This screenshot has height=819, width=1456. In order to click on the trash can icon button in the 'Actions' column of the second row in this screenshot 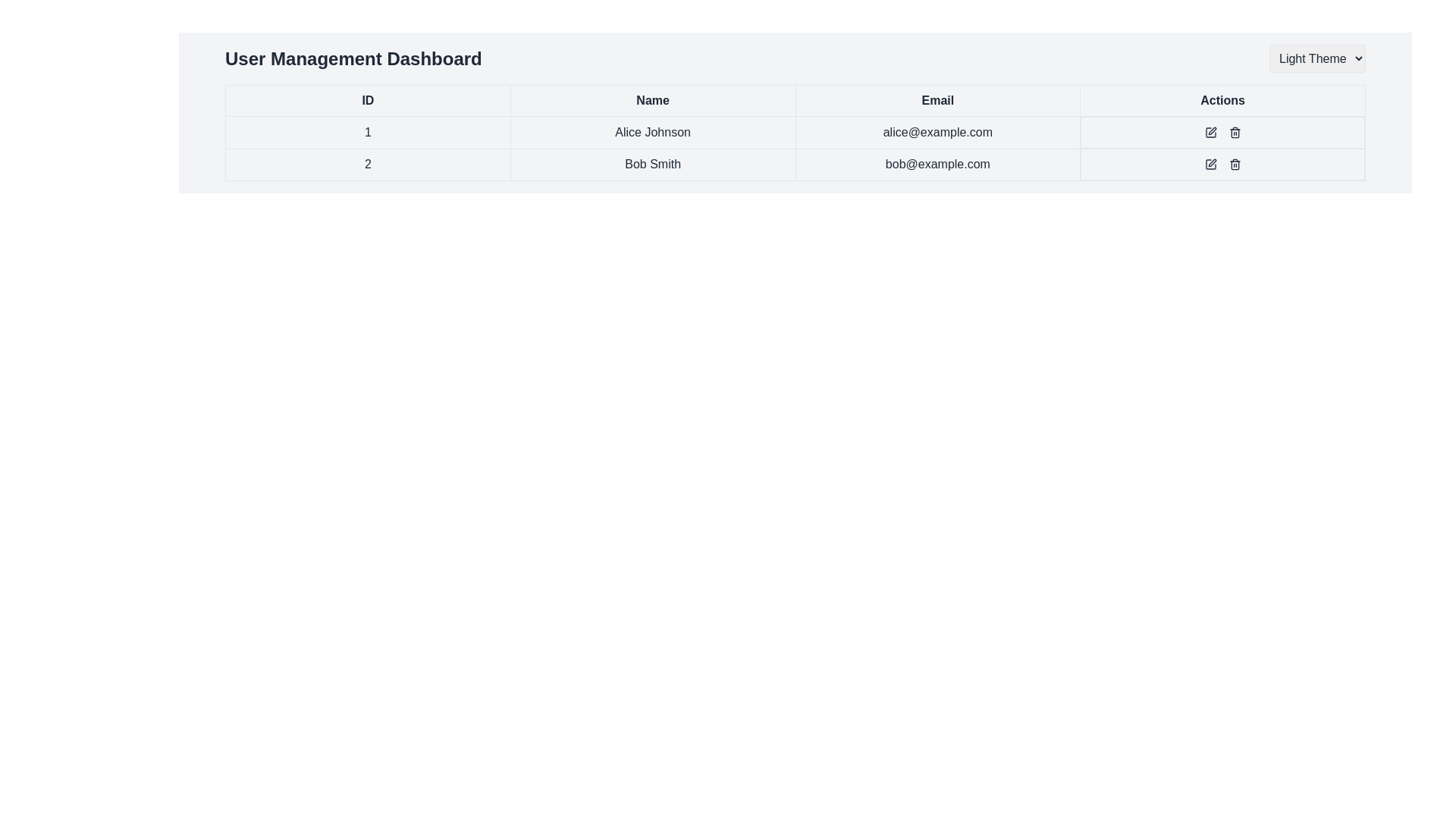, I will do `click(1235, 164)`.